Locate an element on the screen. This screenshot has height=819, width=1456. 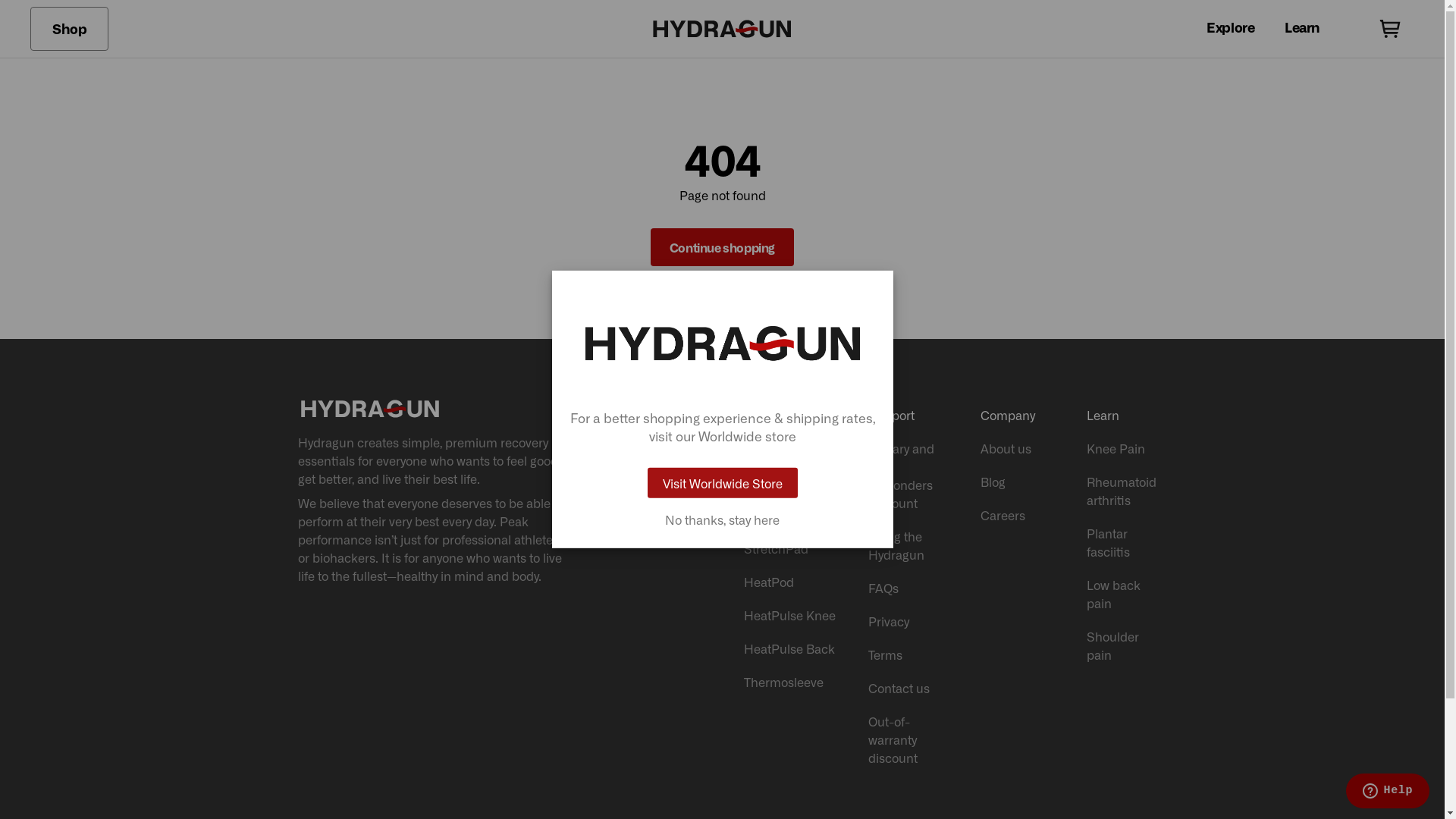
'Careers' is located at coordinates (1018, 513).